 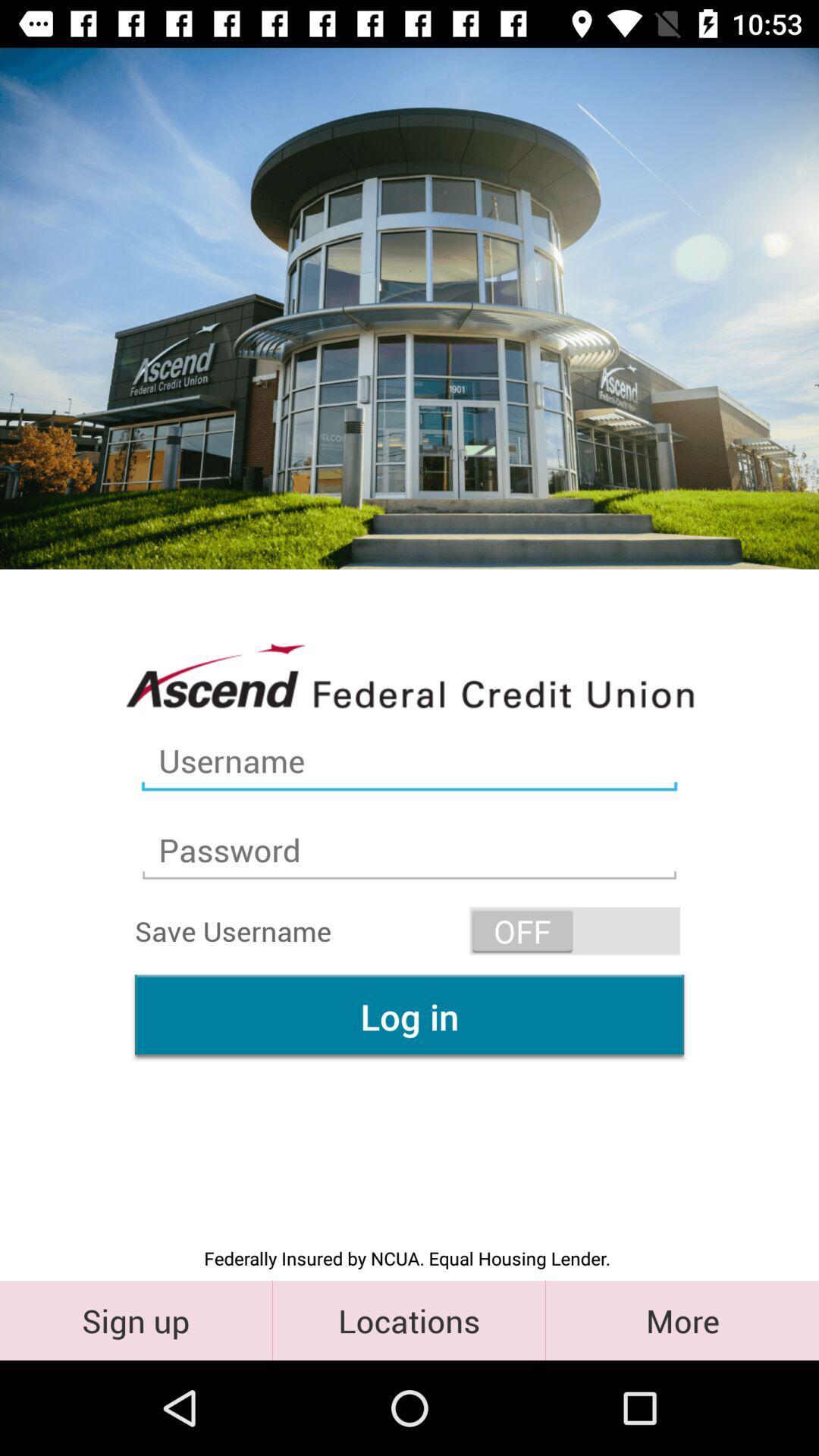 What do you see at coordinates (409, 673) in the screenshot?
I see `read the text below the image` at bounding box center [409, 673].